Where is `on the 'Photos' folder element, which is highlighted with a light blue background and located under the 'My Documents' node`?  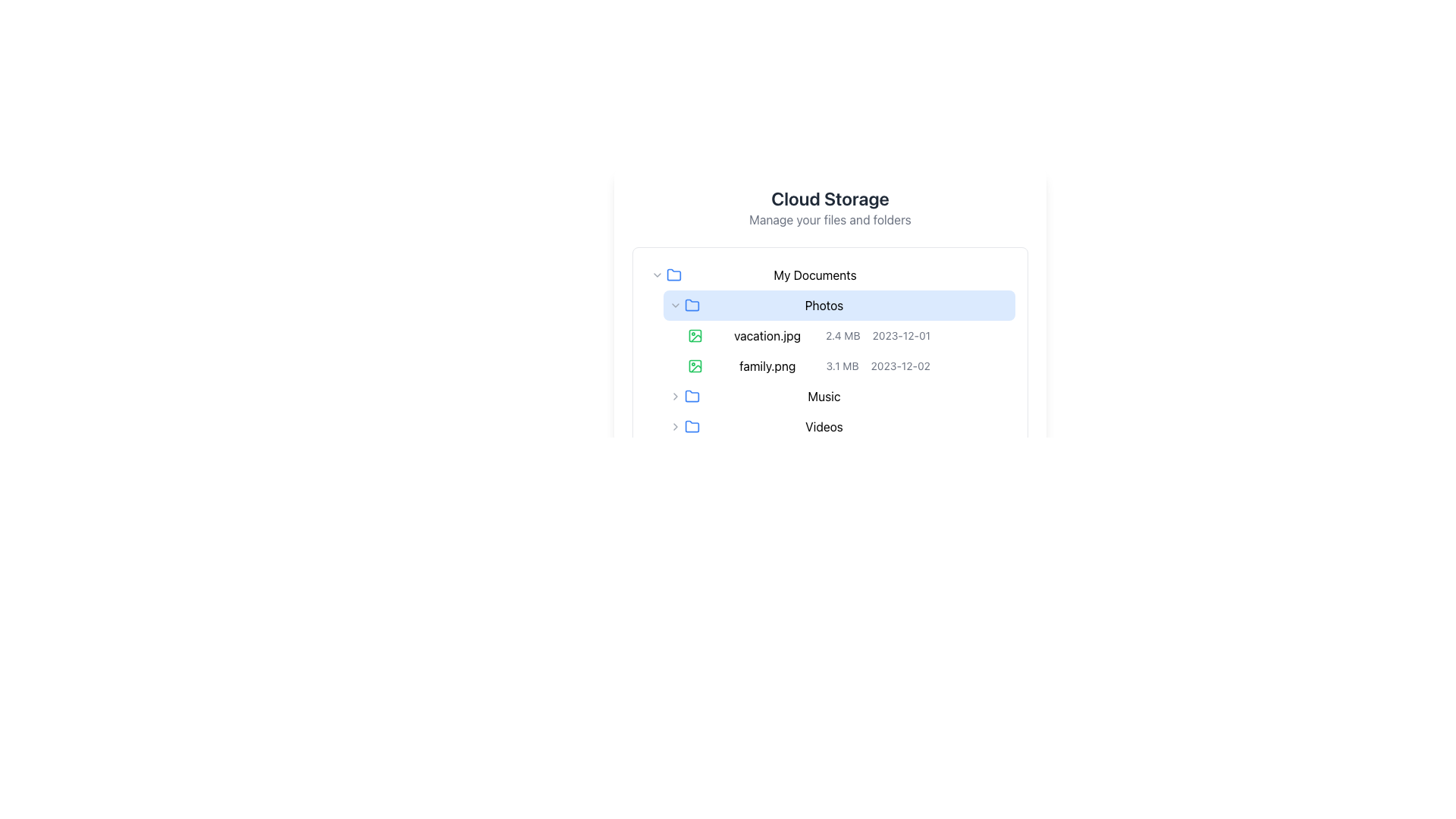
on the 'Photos' folder element, which is highlighted with a light blue background and located under the 'My Documents' node is located at coordinates (829, 293).